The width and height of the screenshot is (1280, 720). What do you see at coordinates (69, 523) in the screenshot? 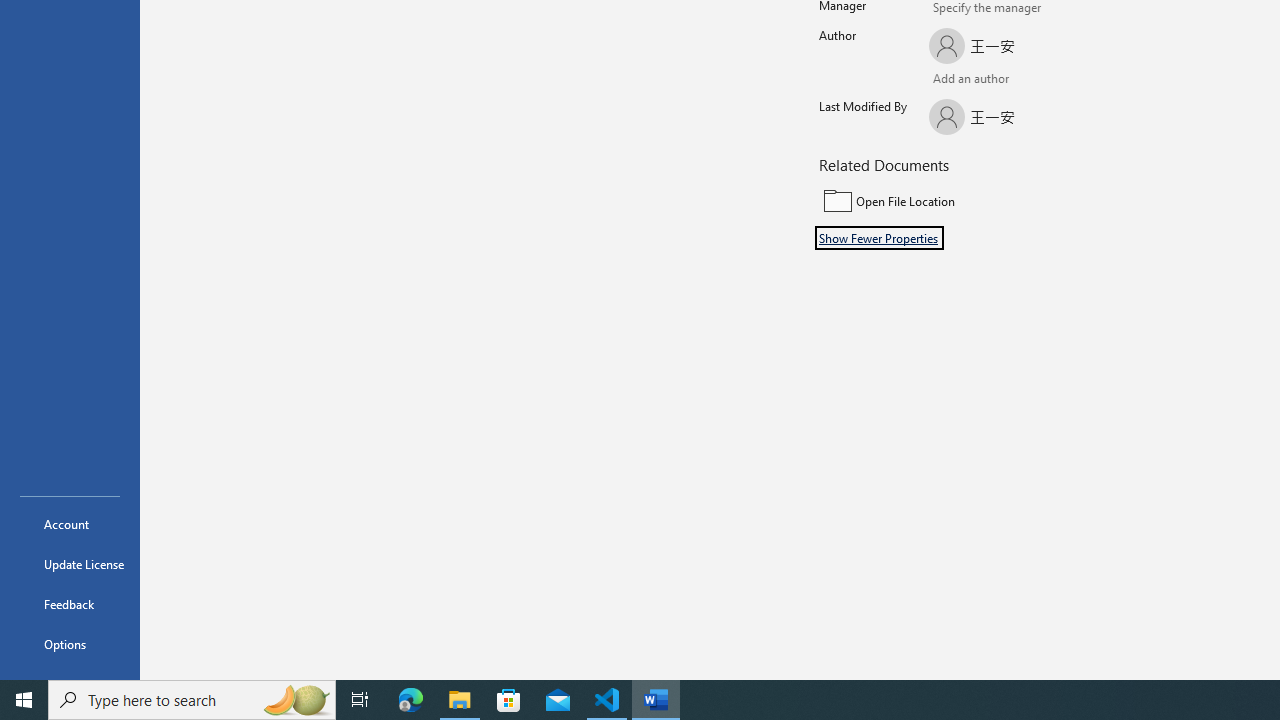
I see `'Account'` at bounding box center [69, 523].